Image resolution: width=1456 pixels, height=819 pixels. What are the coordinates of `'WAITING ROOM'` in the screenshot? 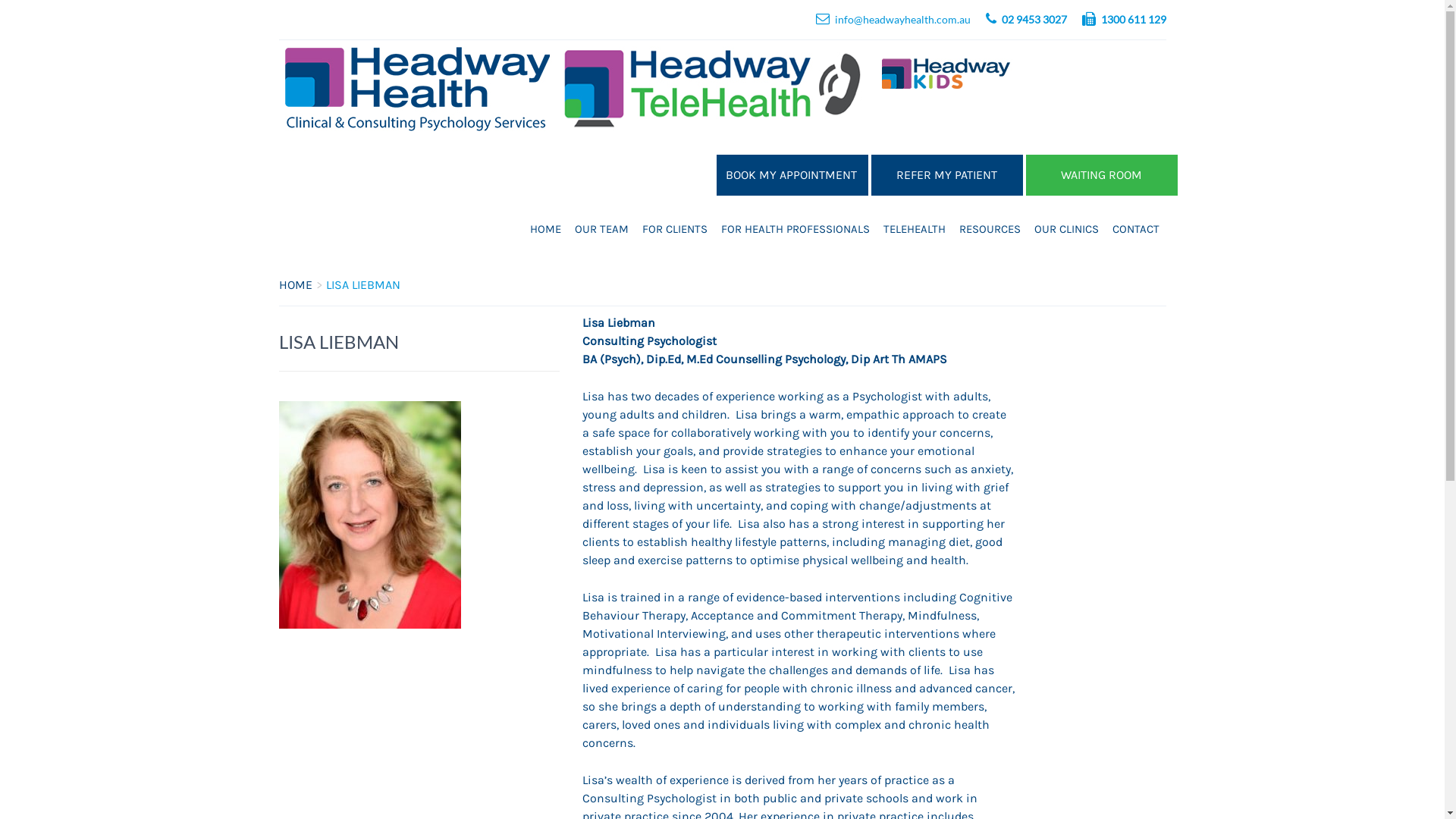 It's located at (1101, 174).